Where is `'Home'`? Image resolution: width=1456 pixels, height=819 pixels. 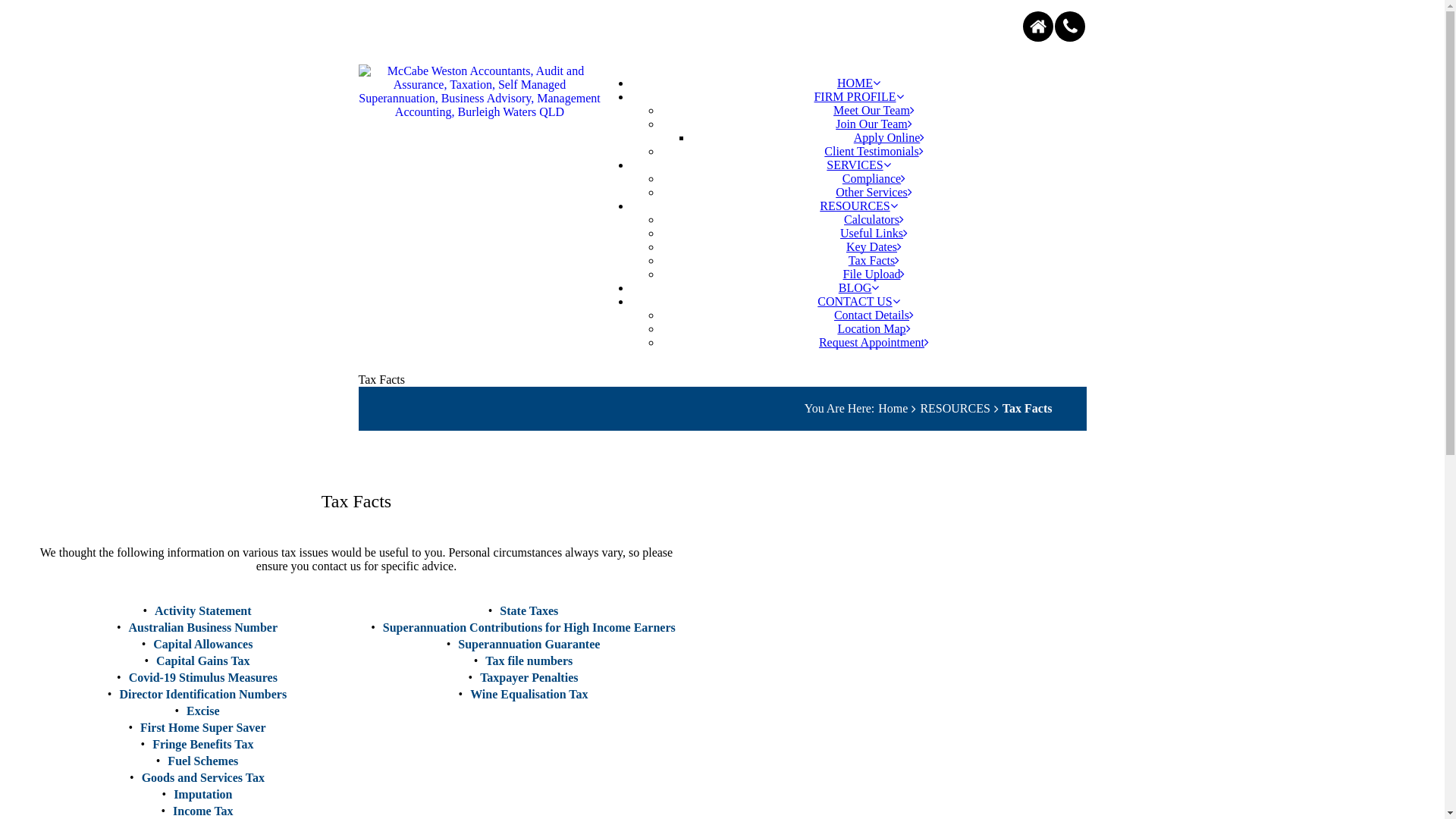
'Home' is located at coordinates (893, 408).